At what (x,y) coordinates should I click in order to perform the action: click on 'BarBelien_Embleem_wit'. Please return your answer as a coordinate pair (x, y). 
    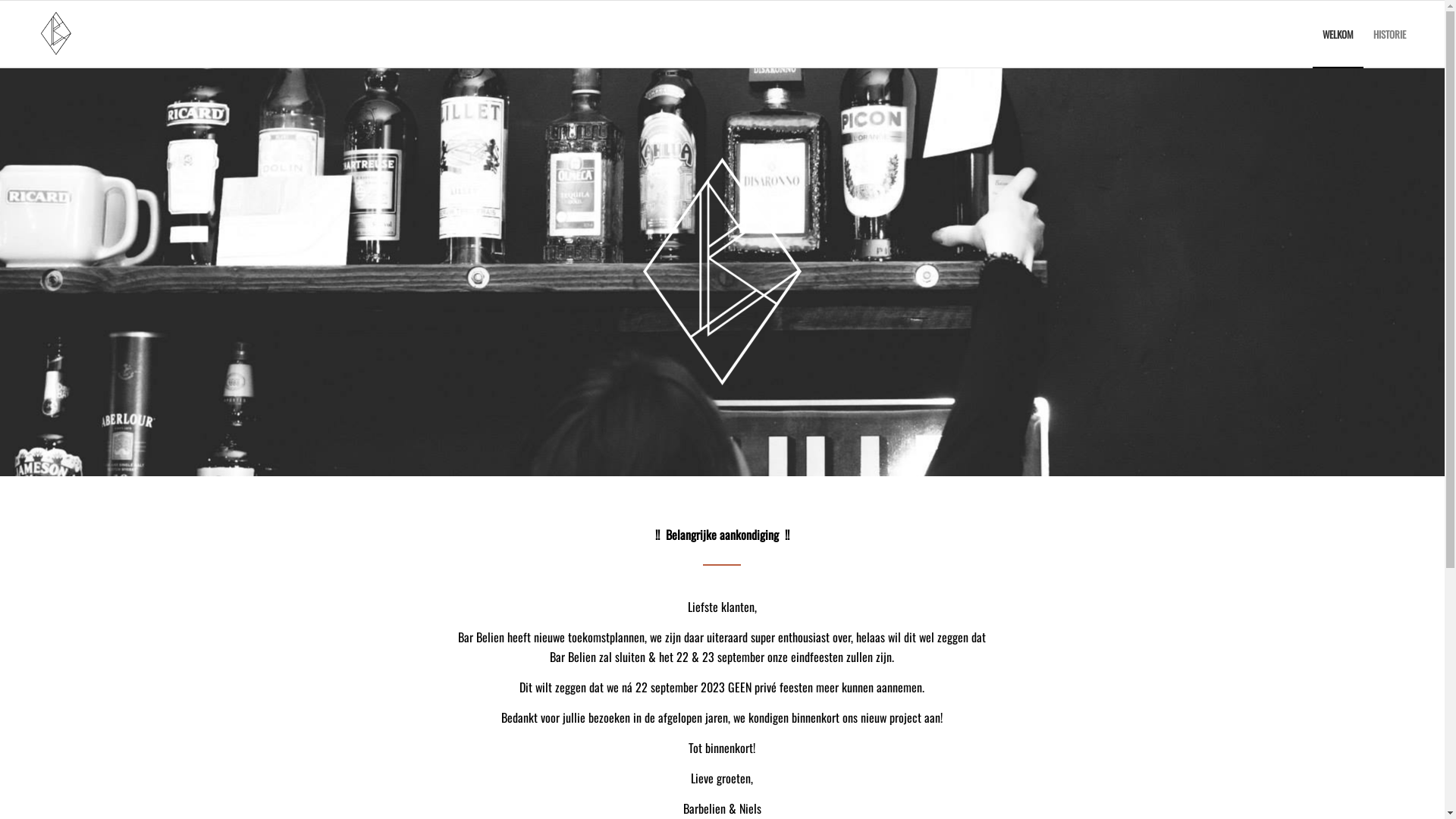
    Looking at the image, I should click on (721, 271).